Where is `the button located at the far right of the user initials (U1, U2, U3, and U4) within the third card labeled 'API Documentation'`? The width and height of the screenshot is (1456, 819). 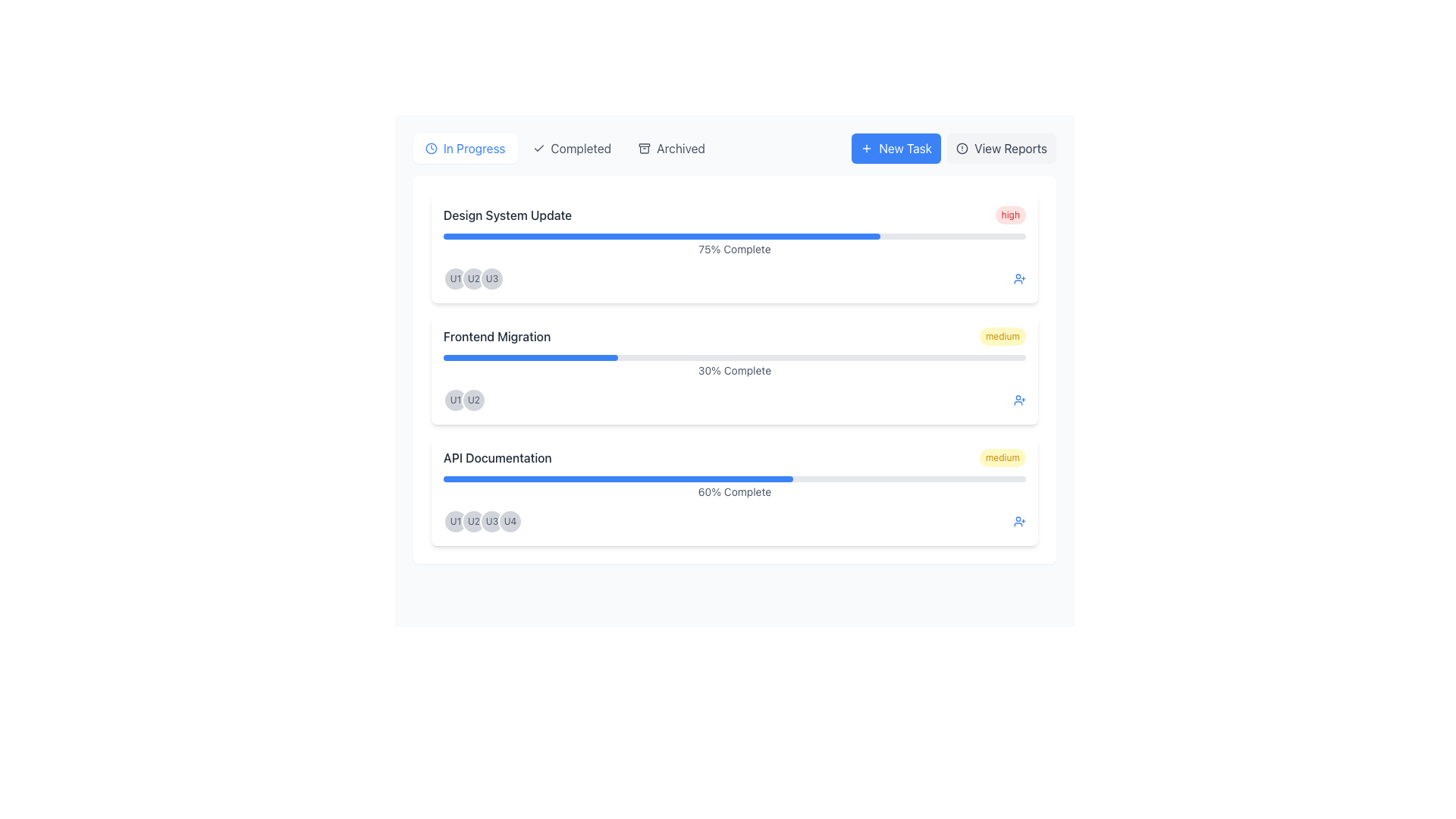 the button located at the far right of the user initials (U1, U2, U3, and U4) within the third card labeled 'API Documentation' is located at coordinates (1019, 520).